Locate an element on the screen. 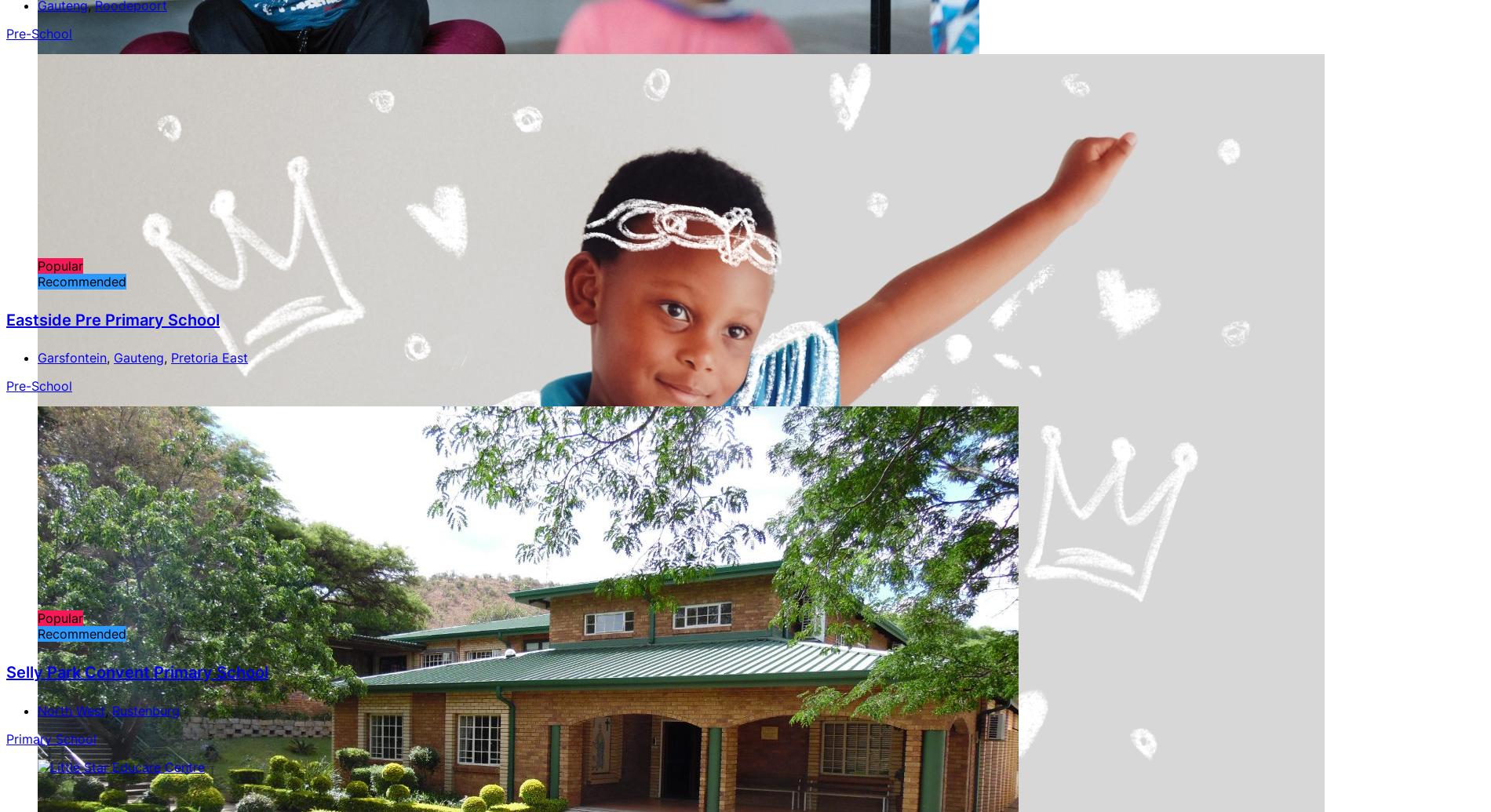  'Selly Park Convent Primary School' is located at coordinates (137, 671).